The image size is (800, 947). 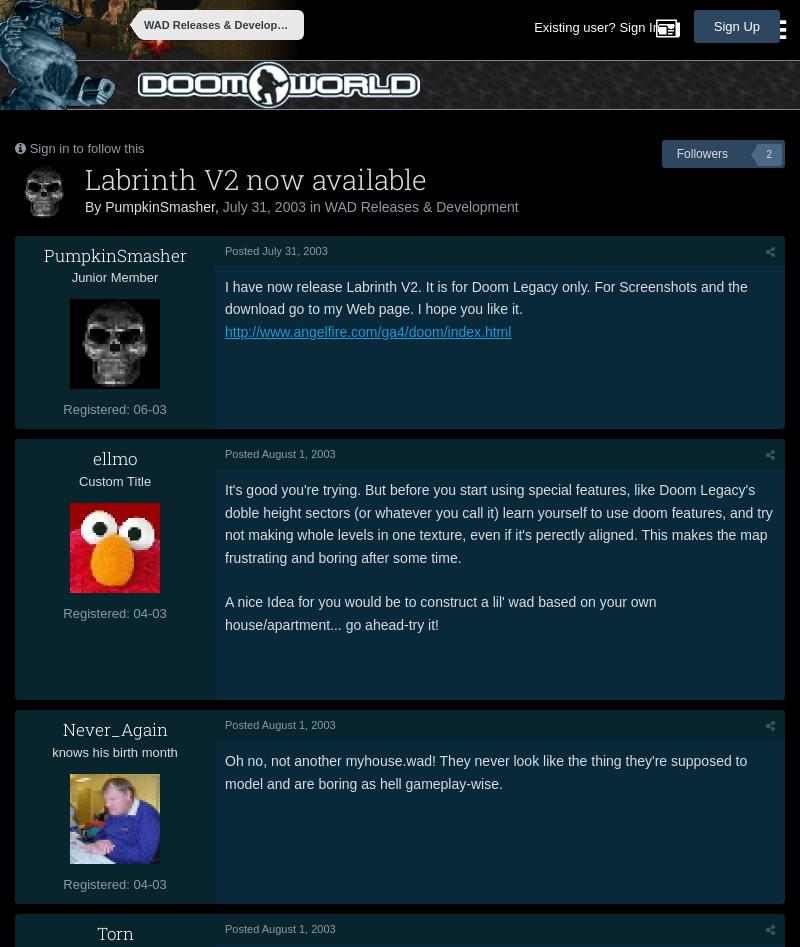 I want to click on 'http://www.angelfire.com/ga4/doom/index.html', so click(x=367, y=329).